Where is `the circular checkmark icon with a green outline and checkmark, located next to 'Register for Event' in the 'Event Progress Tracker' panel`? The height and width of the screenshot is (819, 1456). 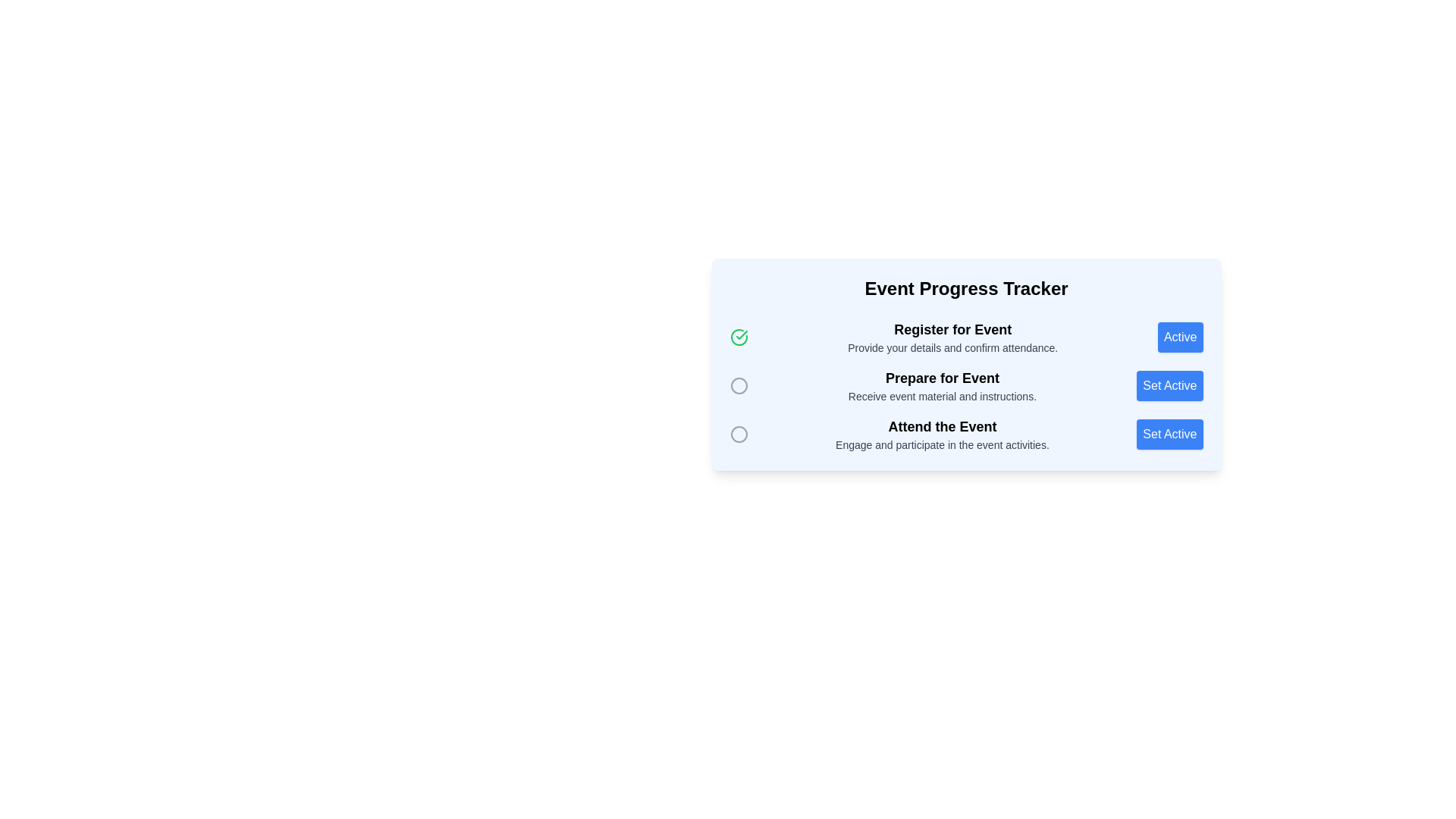 the circular checkmark icon with a green outline and checkmark, located next to 'Register for Event' in the 'Event Progress Tracker' panel is located at coordinates (739, 336).